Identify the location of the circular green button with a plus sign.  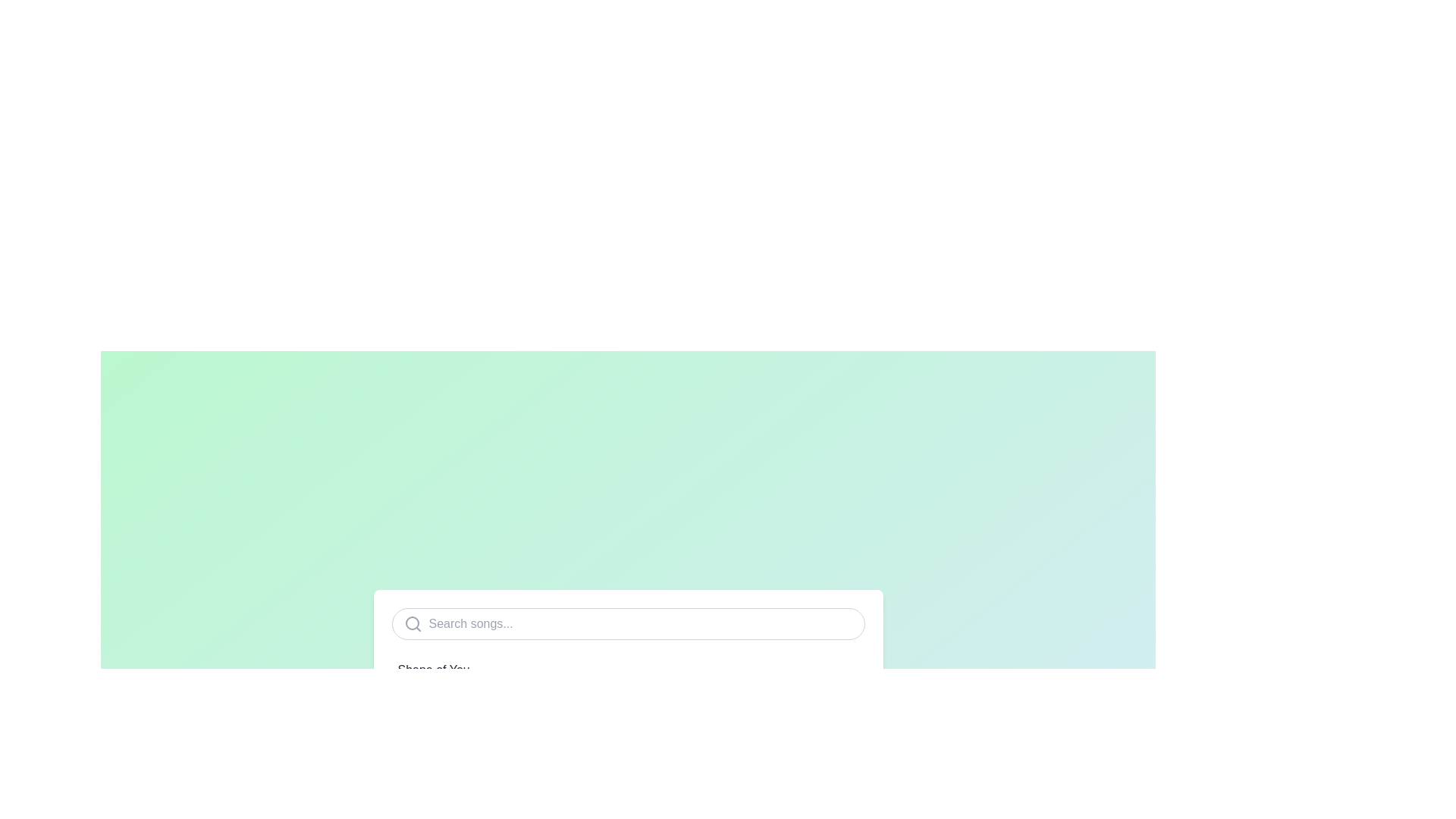
(849, 730).